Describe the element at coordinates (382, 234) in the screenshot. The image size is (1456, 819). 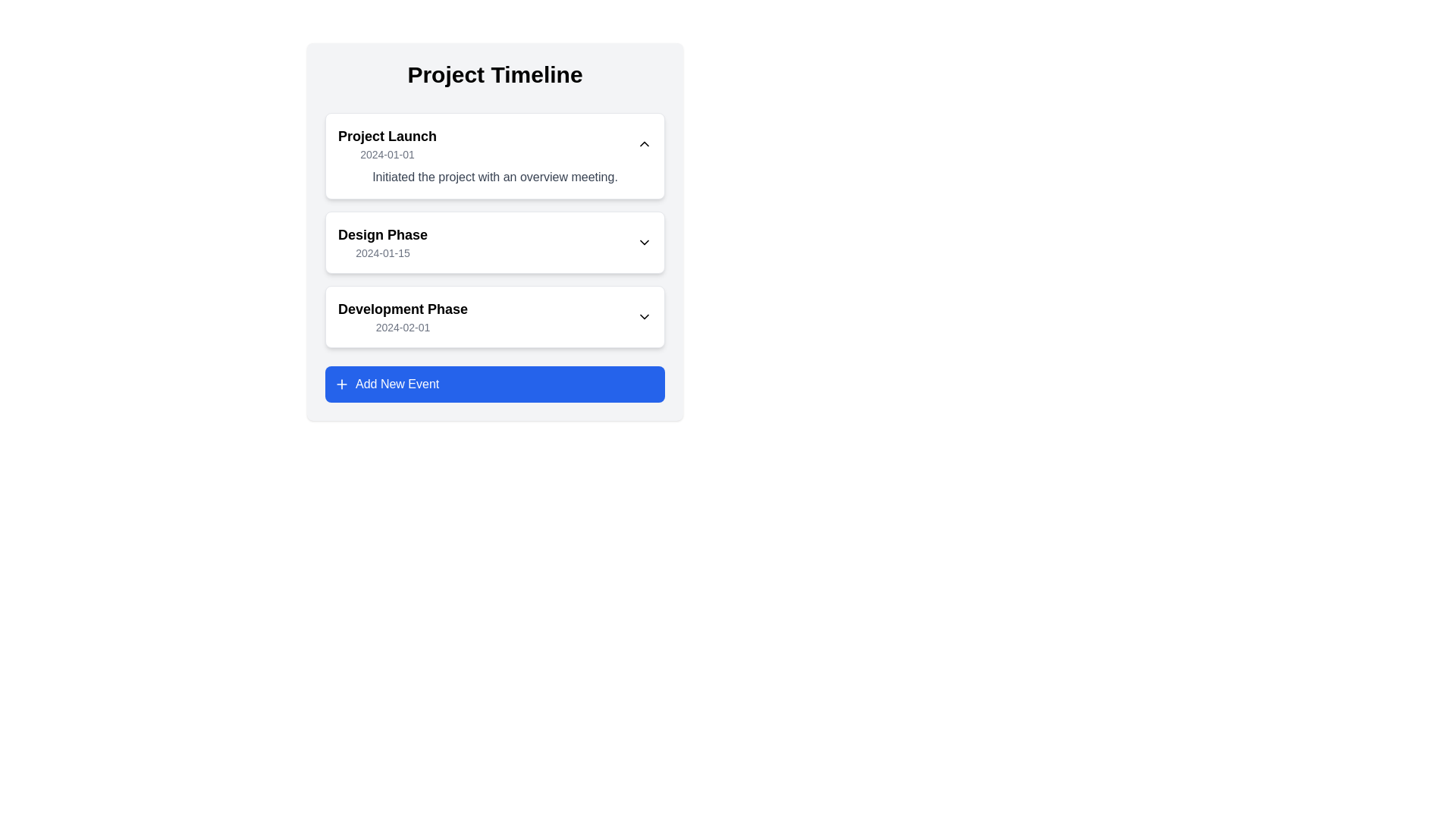
I see `the 'Design Phase' text label, which is prominently displayed in bold and larger font size, located in the middle section of the timeline interface above the date '2024-01-15'` at that location.